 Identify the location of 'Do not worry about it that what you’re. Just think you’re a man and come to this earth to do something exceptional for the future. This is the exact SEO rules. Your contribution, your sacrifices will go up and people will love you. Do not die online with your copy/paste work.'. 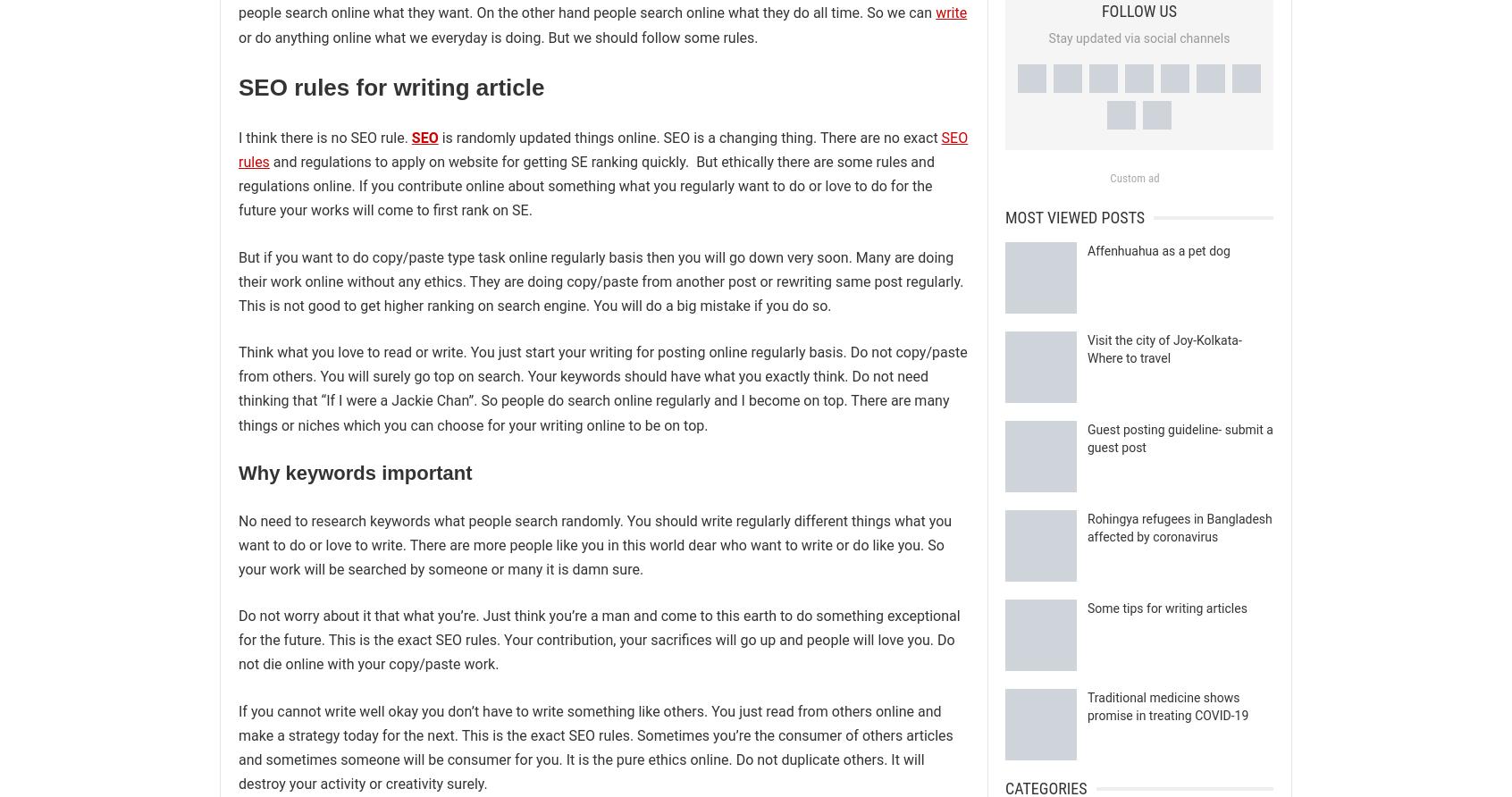
(238, 640).